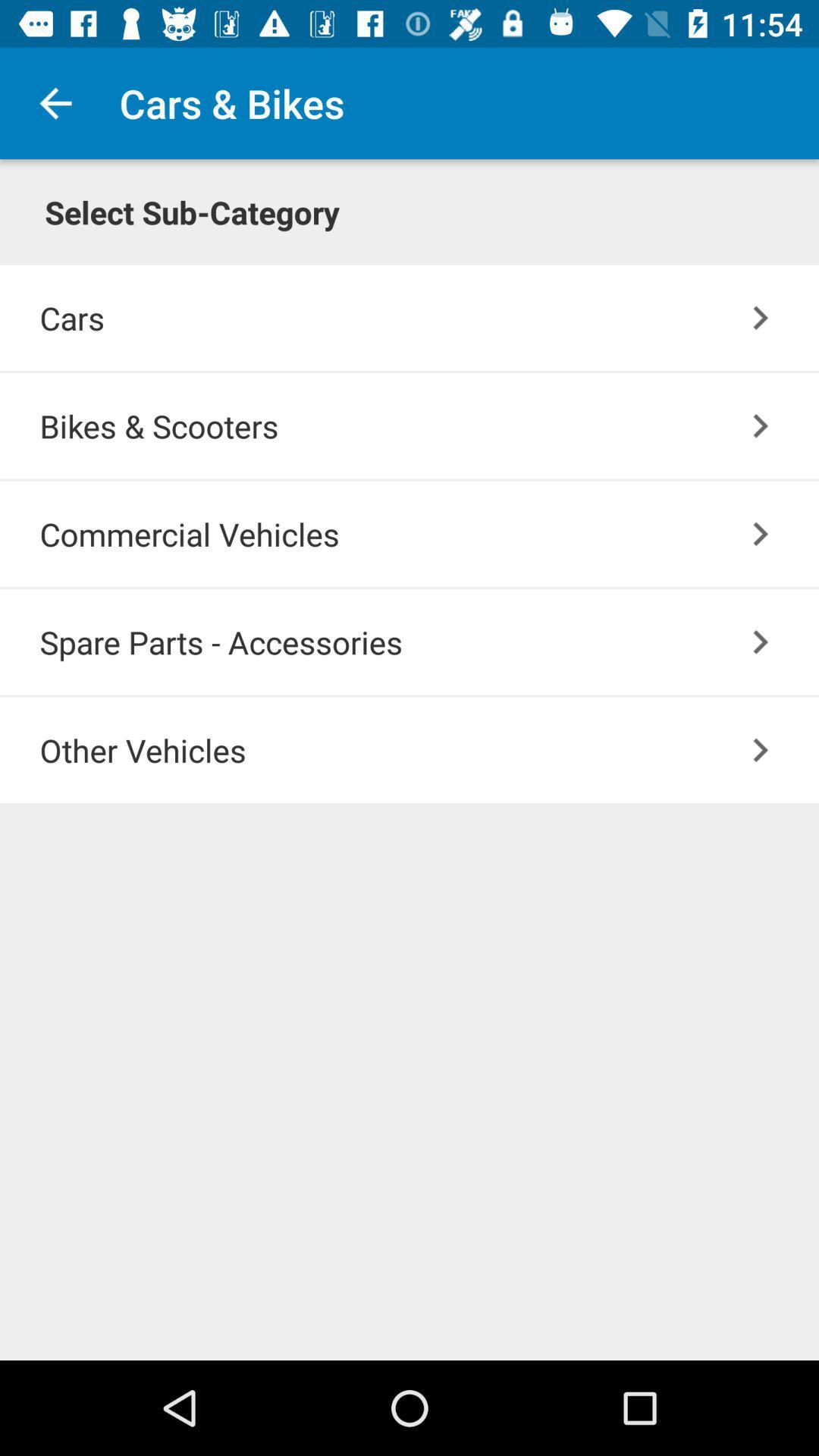 Image resolution: width=819 pixels, height=1456 pixels. What do you see at coordinates (761, 642) in the screenshot?
I see `the item below commercial vehicles item` at bounding box center [761, 642].